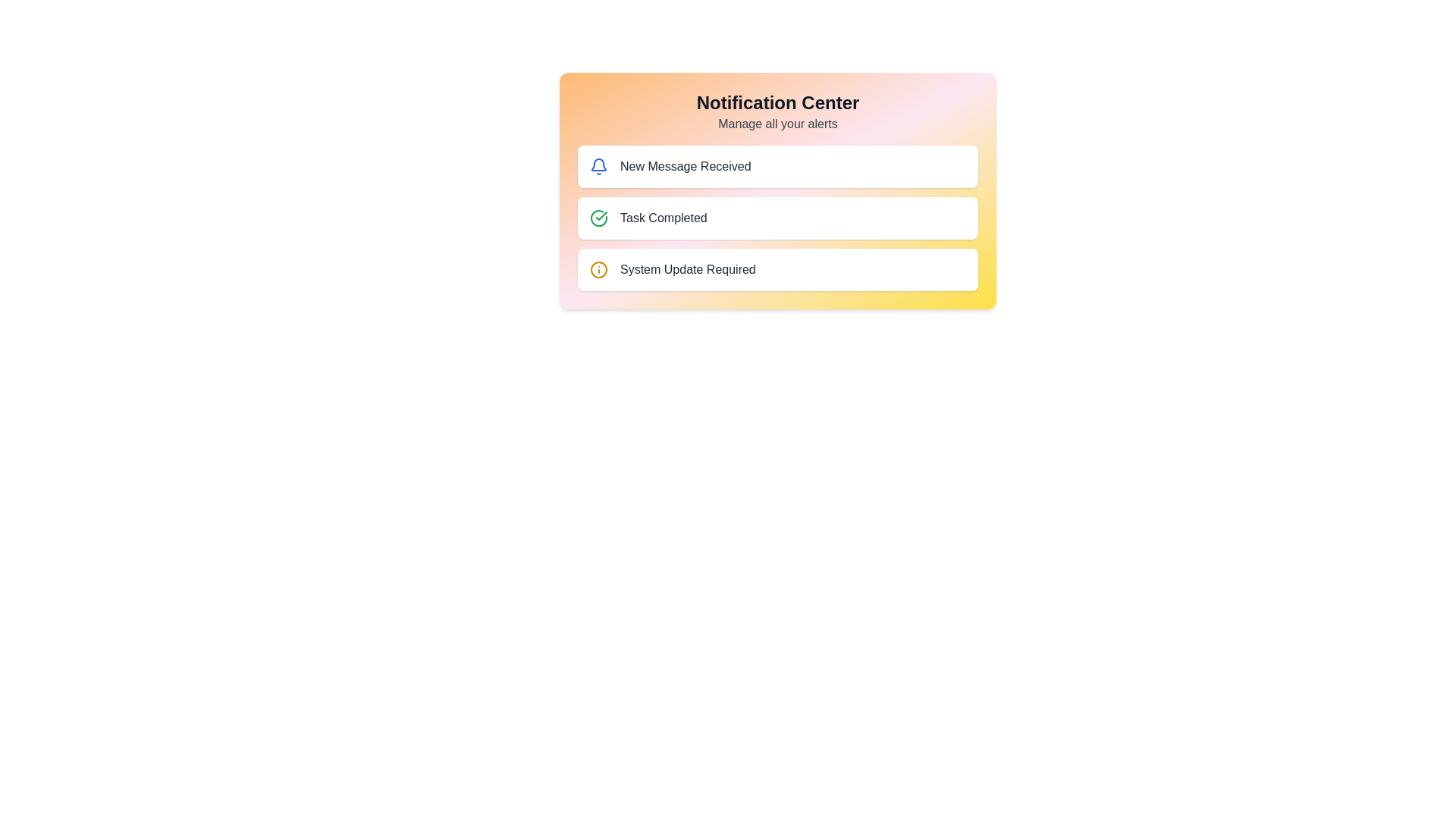 This screenshot has height=819, width=1456. I want to click on the notification icon for New Message Received, so click(598, 166).